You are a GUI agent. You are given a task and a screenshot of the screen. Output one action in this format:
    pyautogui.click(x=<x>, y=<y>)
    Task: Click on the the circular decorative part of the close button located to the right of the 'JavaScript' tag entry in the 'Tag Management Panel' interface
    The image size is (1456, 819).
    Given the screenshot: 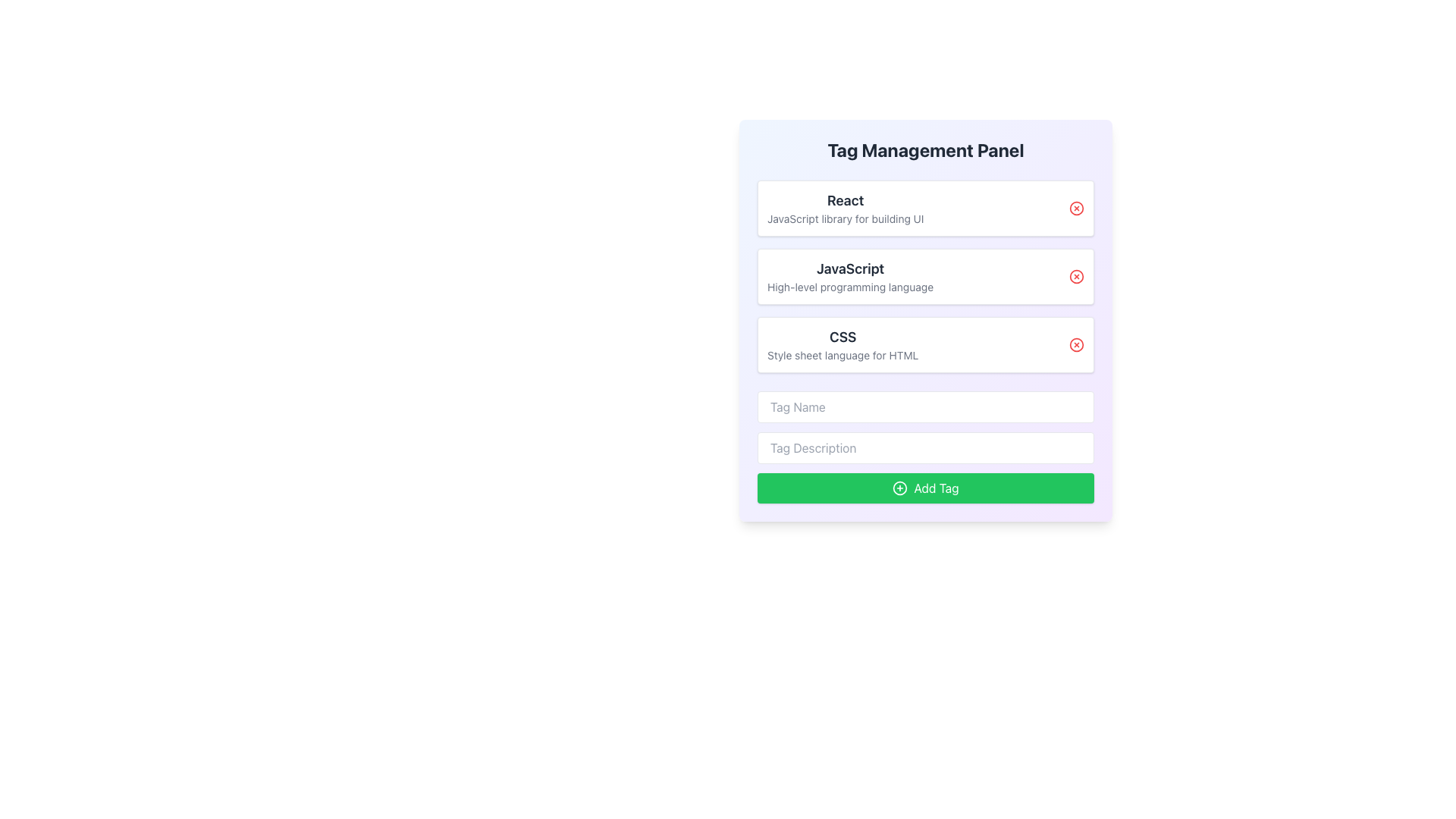 What is the action you would take?
    pyautogui.click(x=1076, y=277)
    